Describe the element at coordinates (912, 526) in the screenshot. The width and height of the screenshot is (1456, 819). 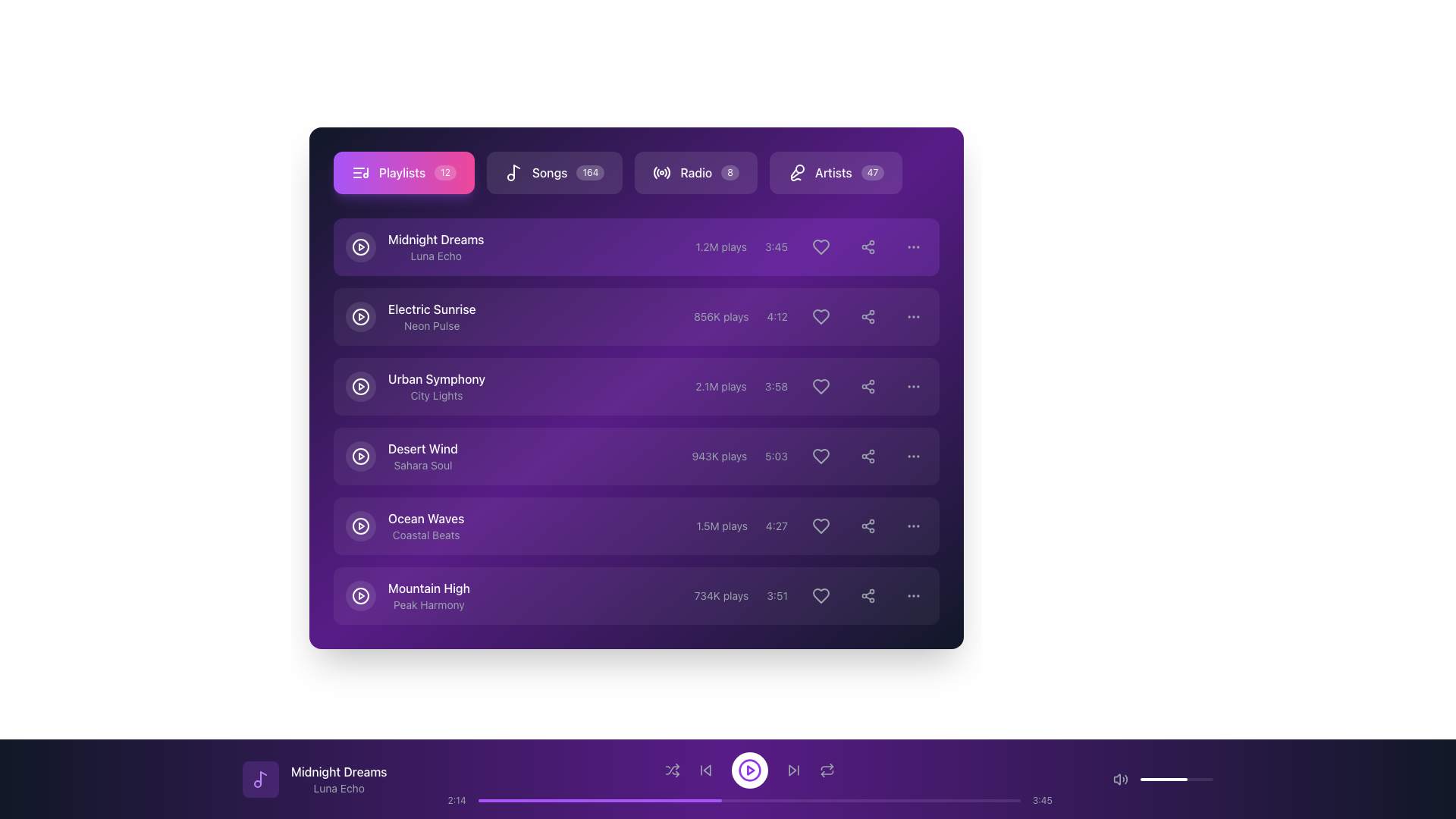
I see `the vertical ellipsis button located at the end of the 'Ocean Waves' track row in the playlist interface` at that location.